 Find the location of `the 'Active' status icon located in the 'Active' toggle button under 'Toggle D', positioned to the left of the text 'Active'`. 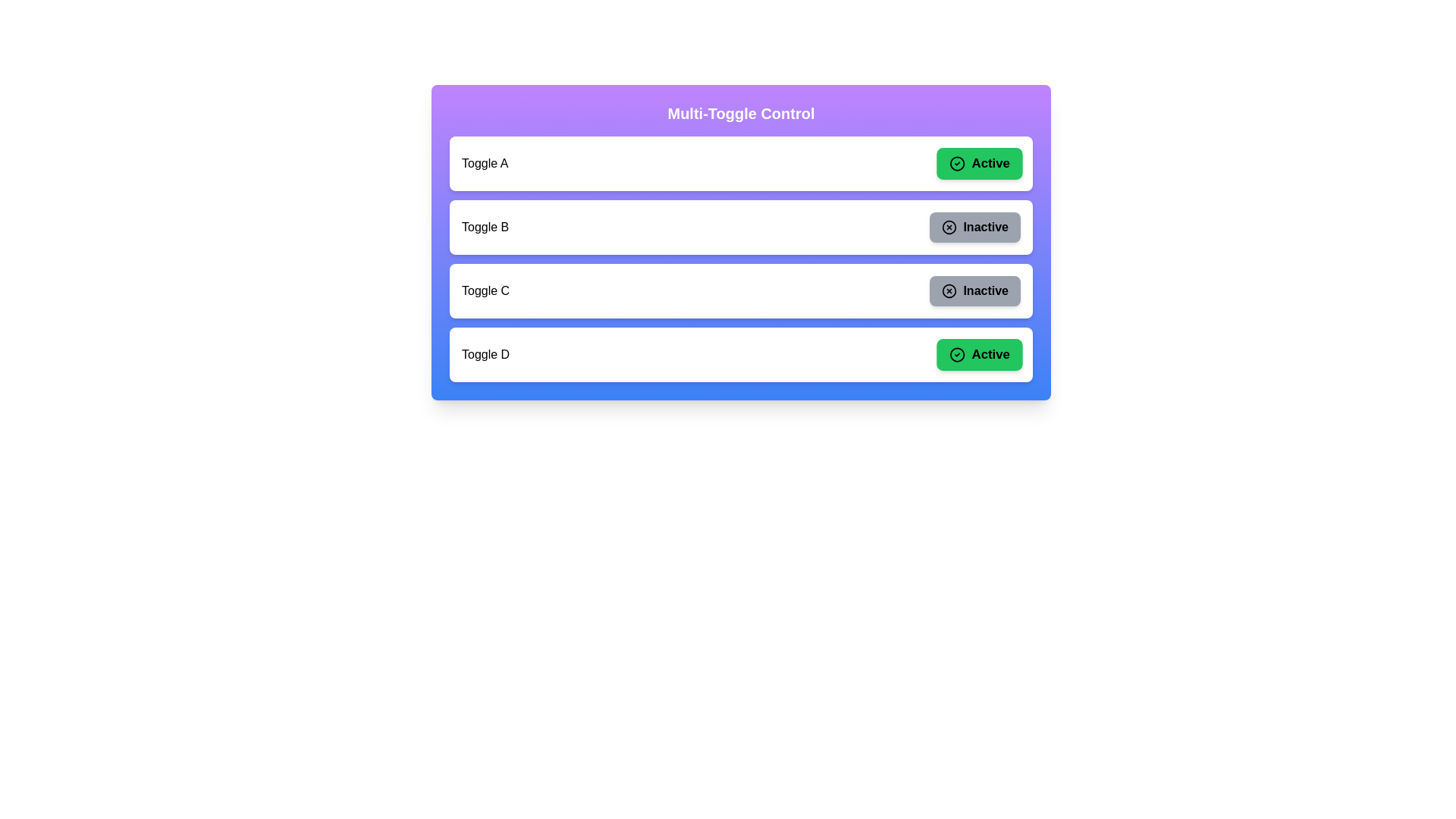

the 'Active' status icon located in the 'Active' toggle button under 'Toggle D', positioned to the left of the text 'Active' is located at coordinates (956, 354).